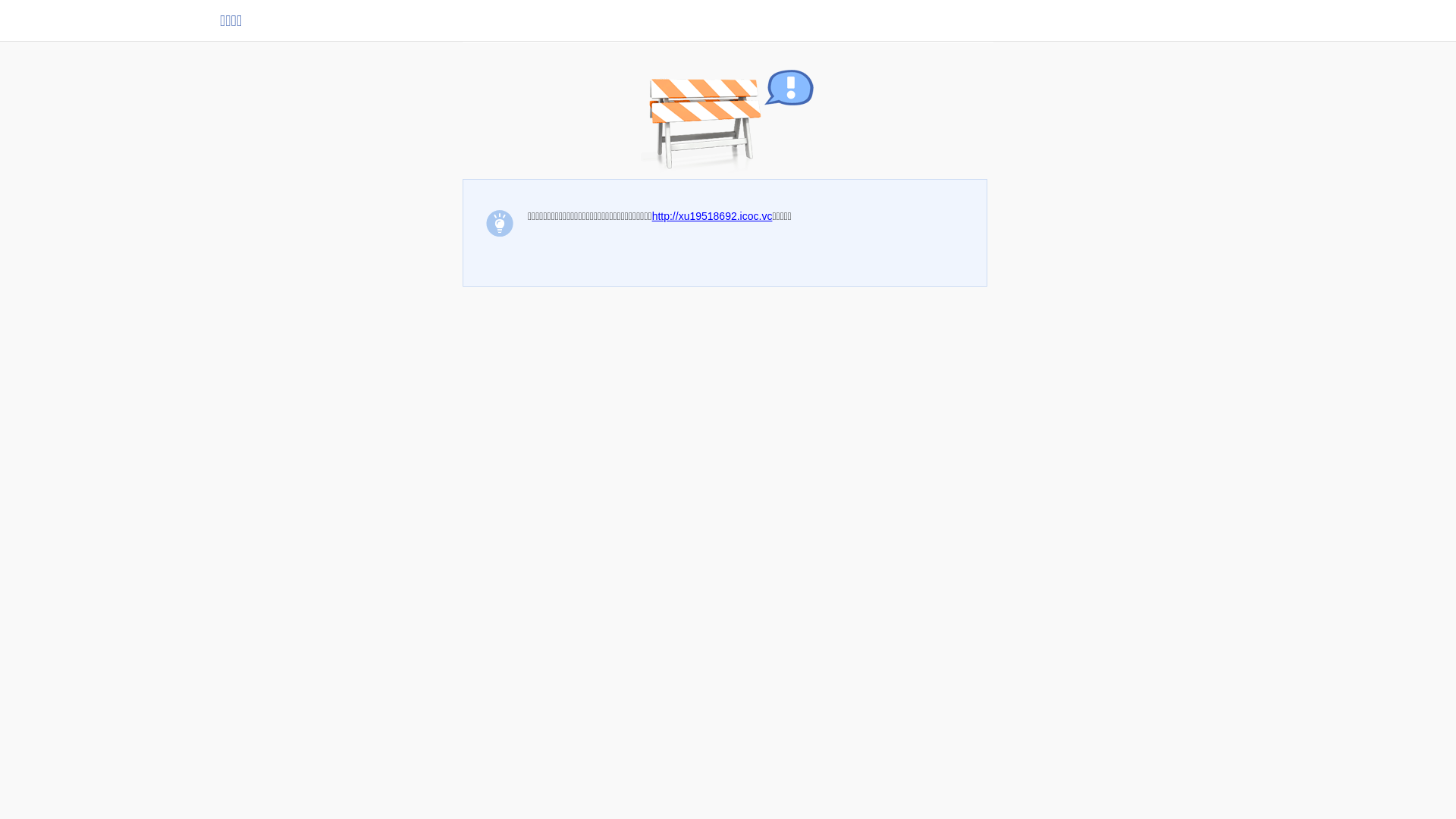 The image size is (1456, 819). Describe the element at coordinates (651, 216) in the screenshot. I see `'http://xu19518692.icoc.vc'` at that location.